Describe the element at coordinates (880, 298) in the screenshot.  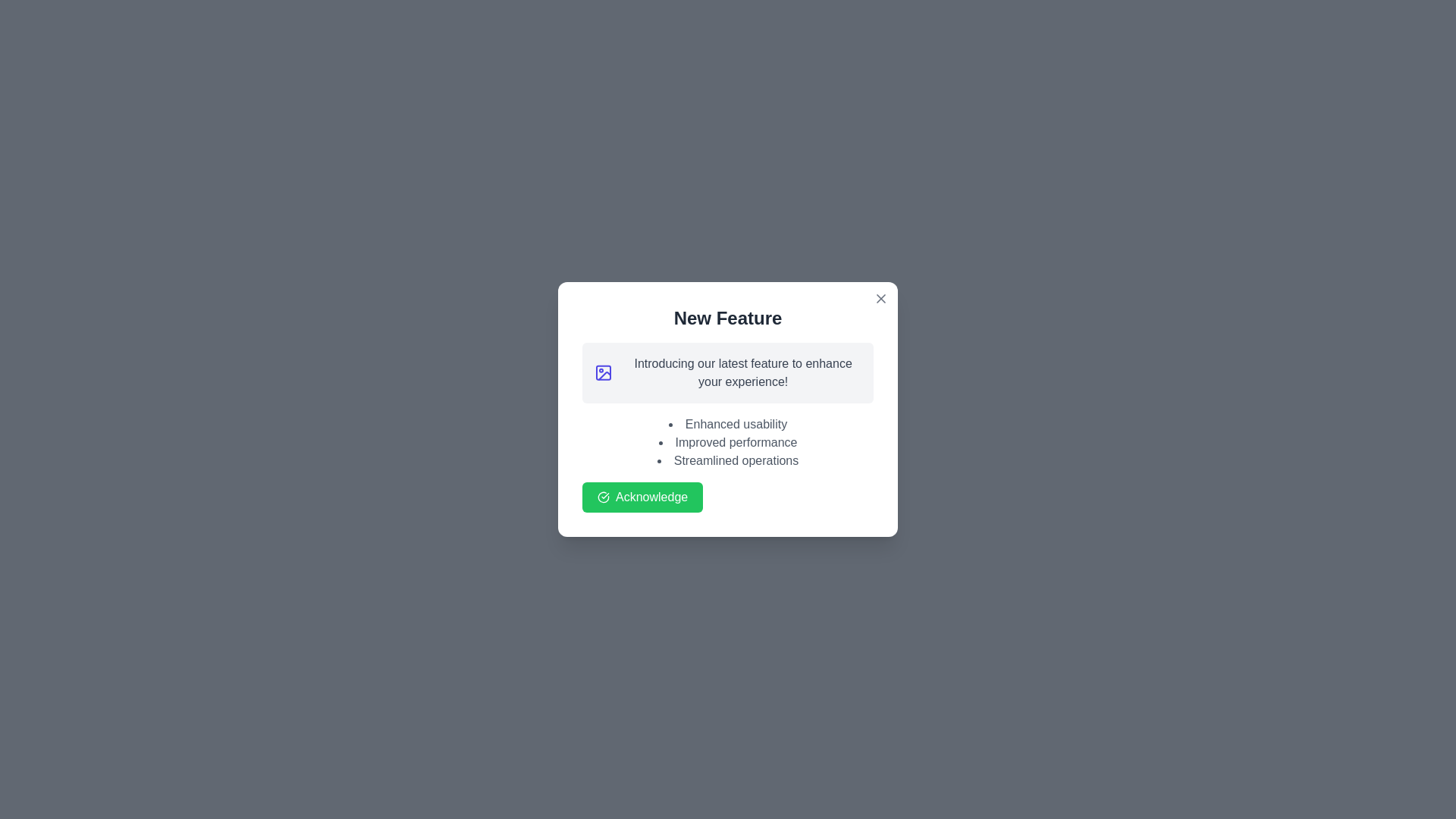
I see `the small interactive cross icon located at the top-right corner of the modal dialog, which changes color when hovered over` at that location.